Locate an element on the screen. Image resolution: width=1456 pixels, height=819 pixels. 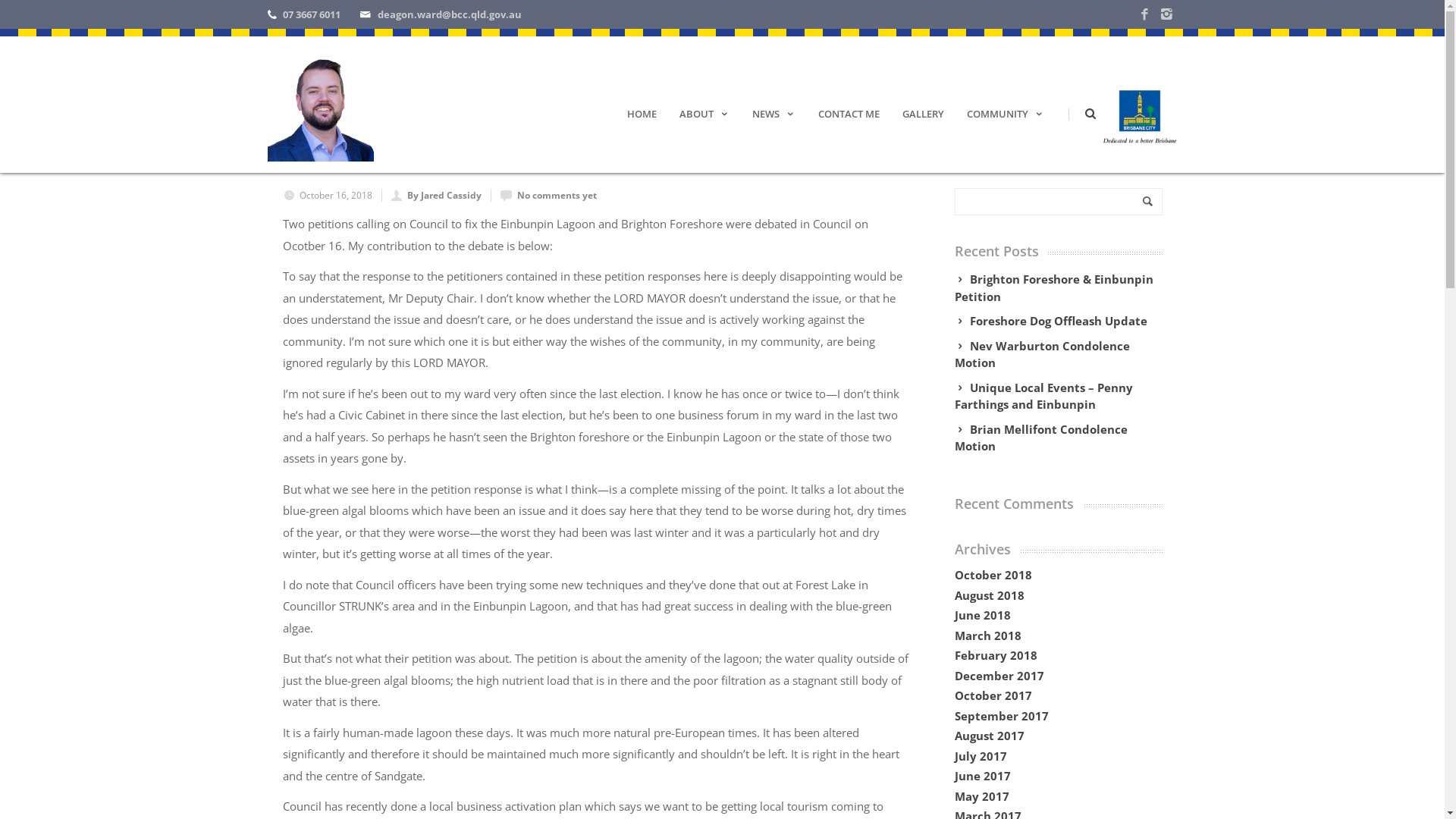
'July 2017' is located at coordinates (980, 755).